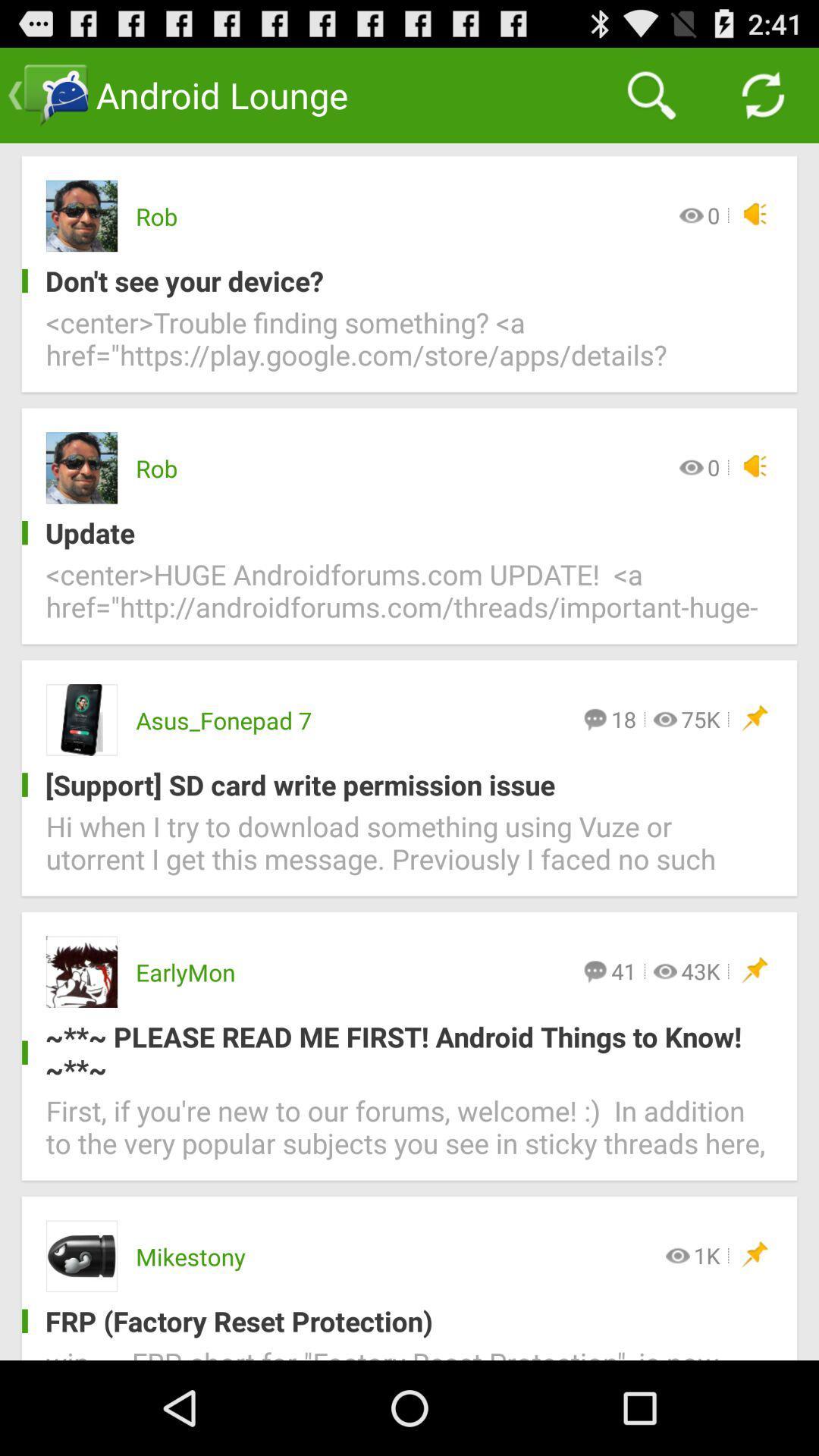  What do you see at coordinates (701, 718) in the screenshot?
I see `icon above support sd card` at bounding box center [701, 718].